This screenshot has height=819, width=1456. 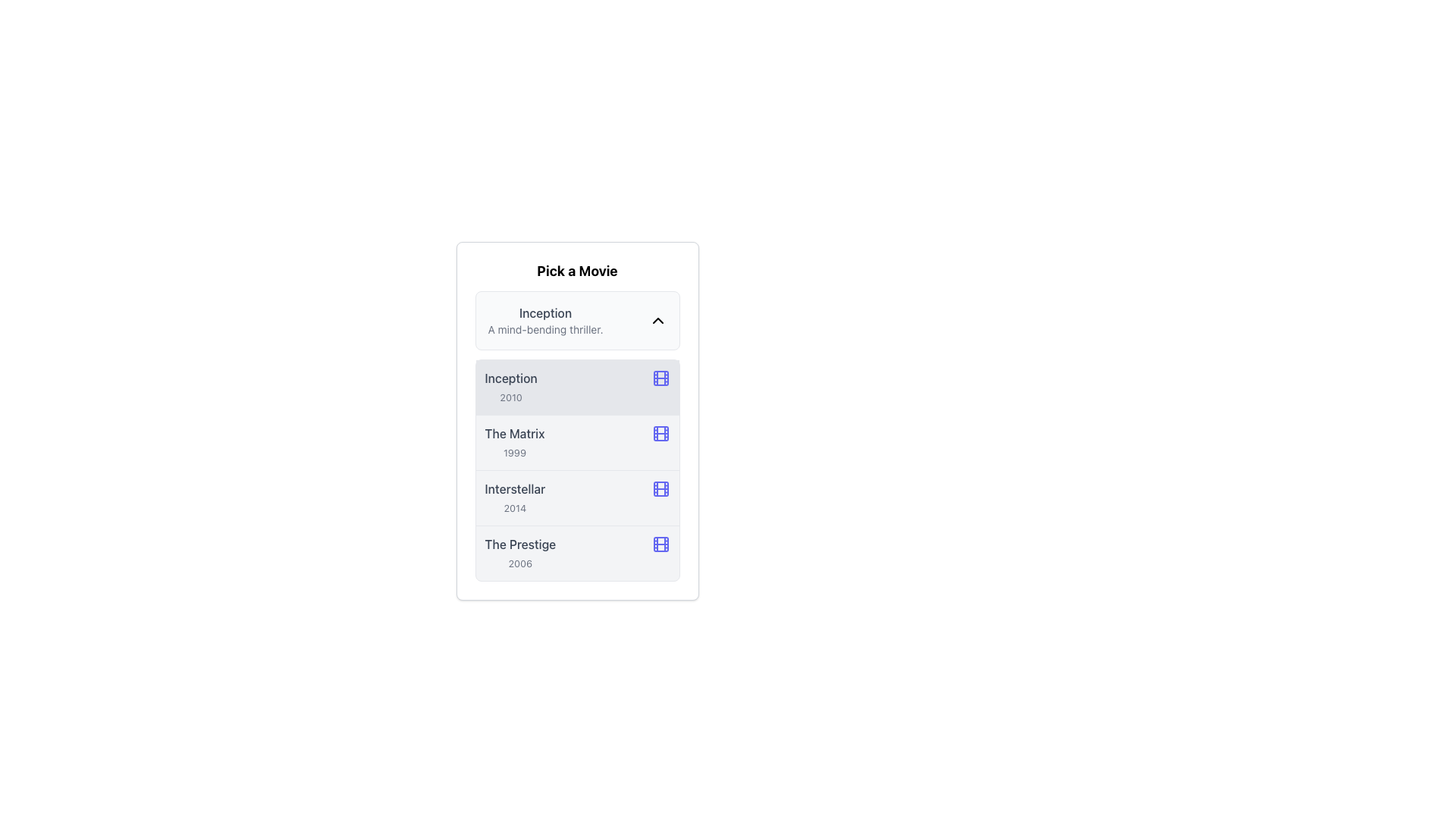 What do you see at coordinates (514, 433) in the screenshot?
I see `the static text element that serves as a title for a movie item, positioned below 'Inception' and above '1999'` at bounding box center [514, 433].